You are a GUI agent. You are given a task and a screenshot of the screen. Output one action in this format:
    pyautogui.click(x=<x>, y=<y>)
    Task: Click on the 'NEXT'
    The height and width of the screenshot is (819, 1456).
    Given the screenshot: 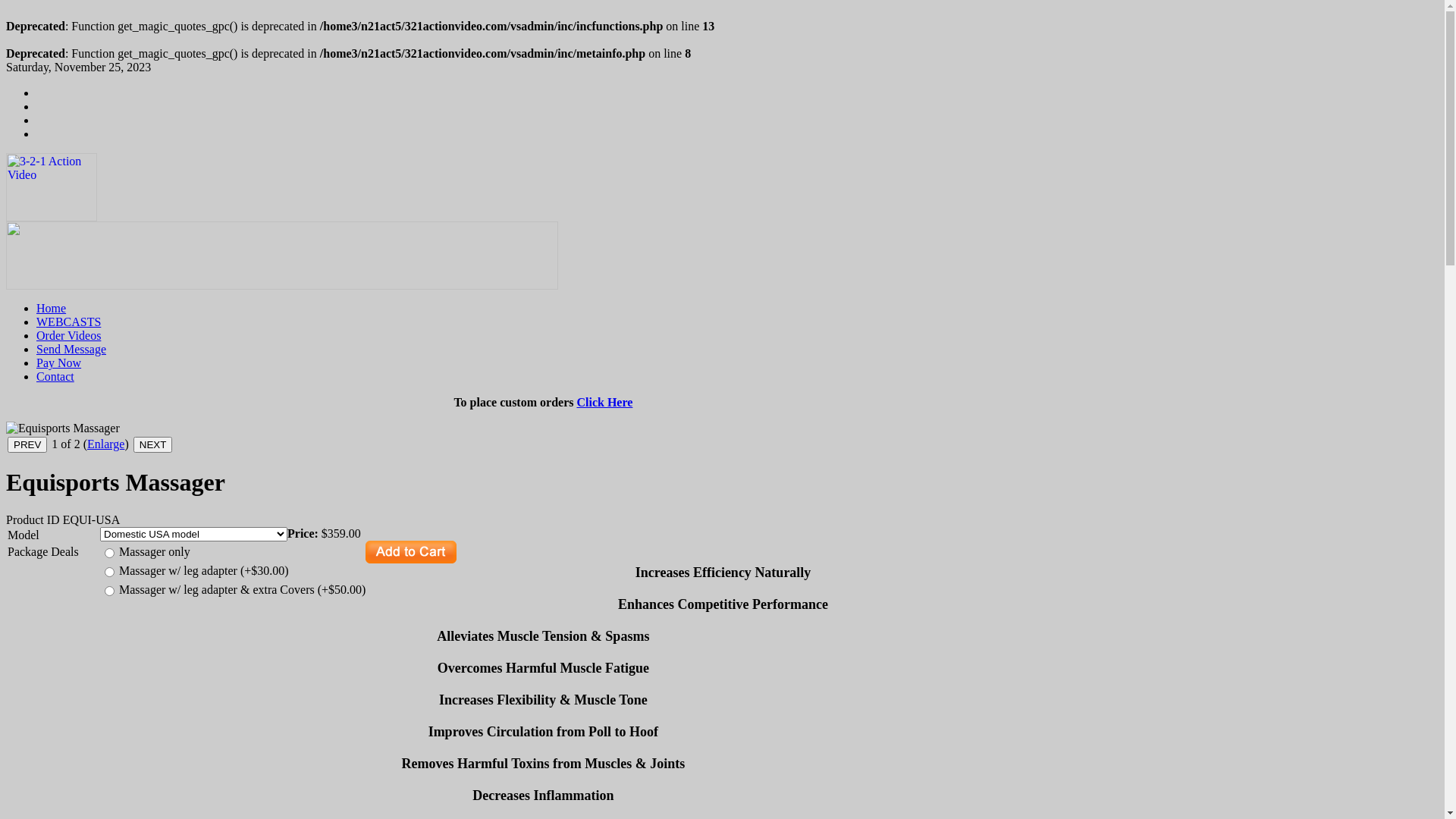 What is the action you would take?
    pyautogui.click(x=152, y=444)
    